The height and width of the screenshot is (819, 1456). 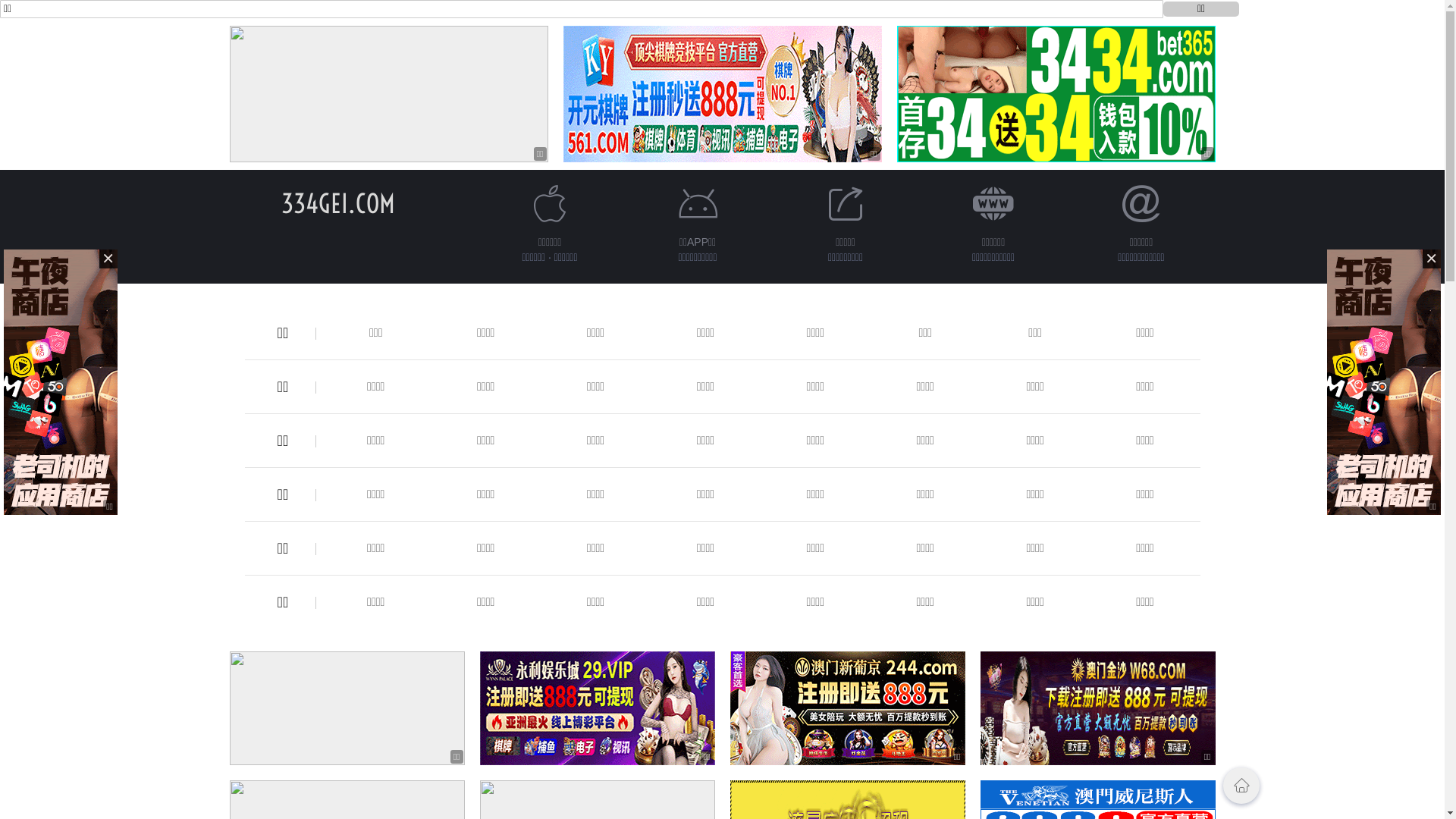 What do you see at coordinates (337, 202) in the screenshot?
I see `'334GEI.COM'` at bounding box center [337, 202].